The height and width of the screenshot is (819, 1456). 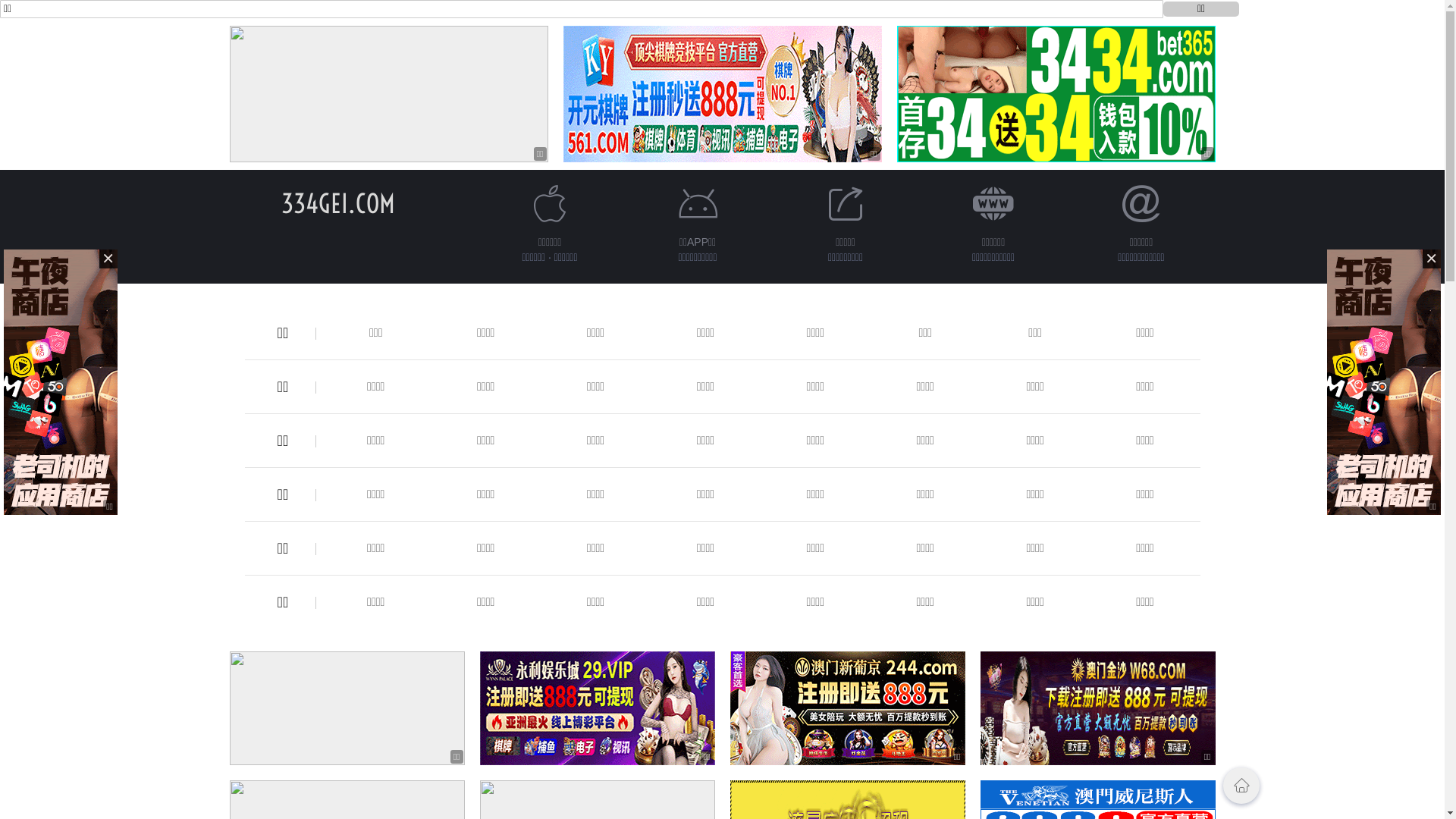 What do you see at coordinates (337, 202) in the screenshot?
I see `'334GEI.COM'` at bounding box center [337, 202].